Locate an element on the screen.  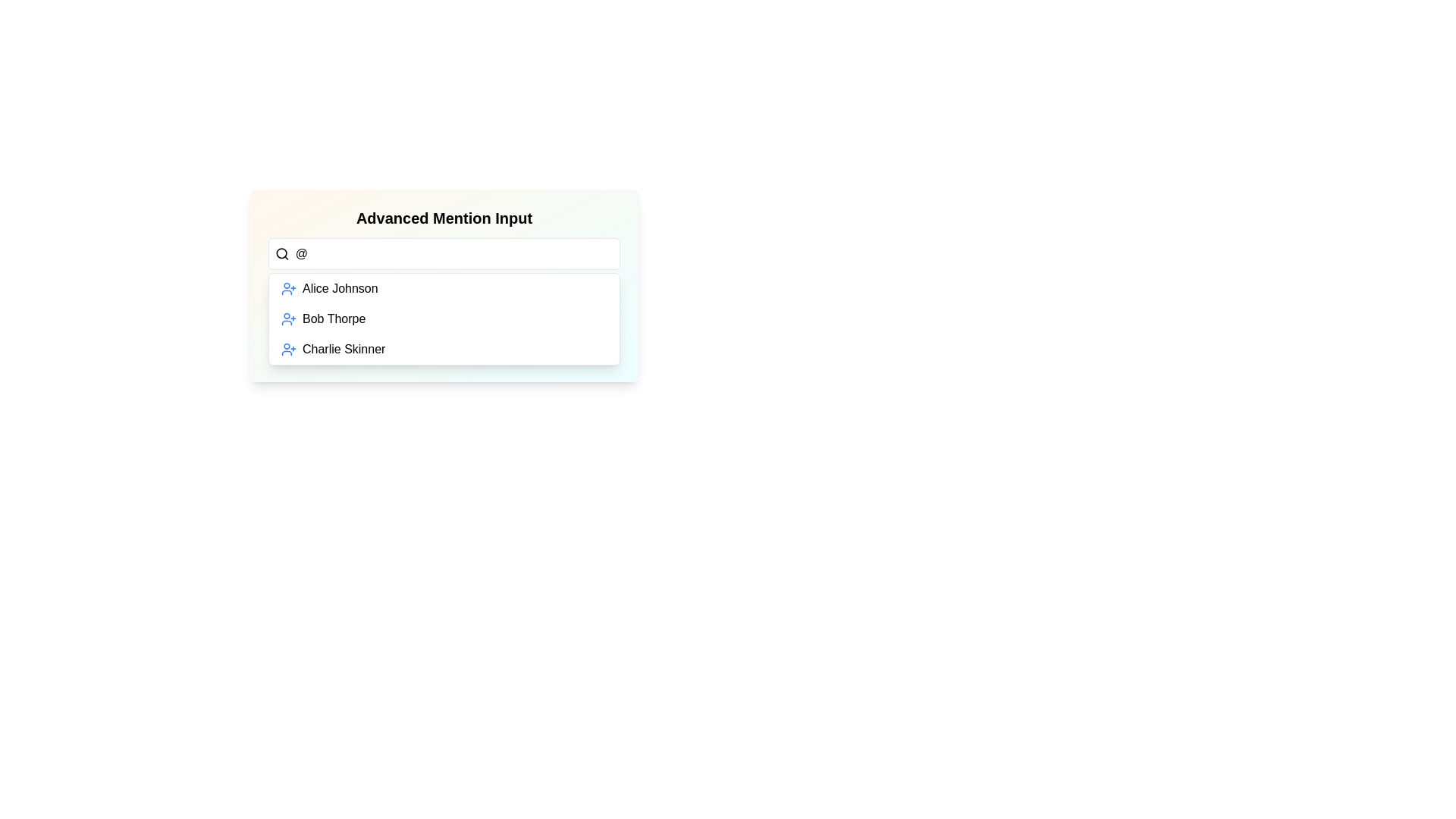
the list item representing user 'Charlie Skinner' is located at coordinates (443, 350).